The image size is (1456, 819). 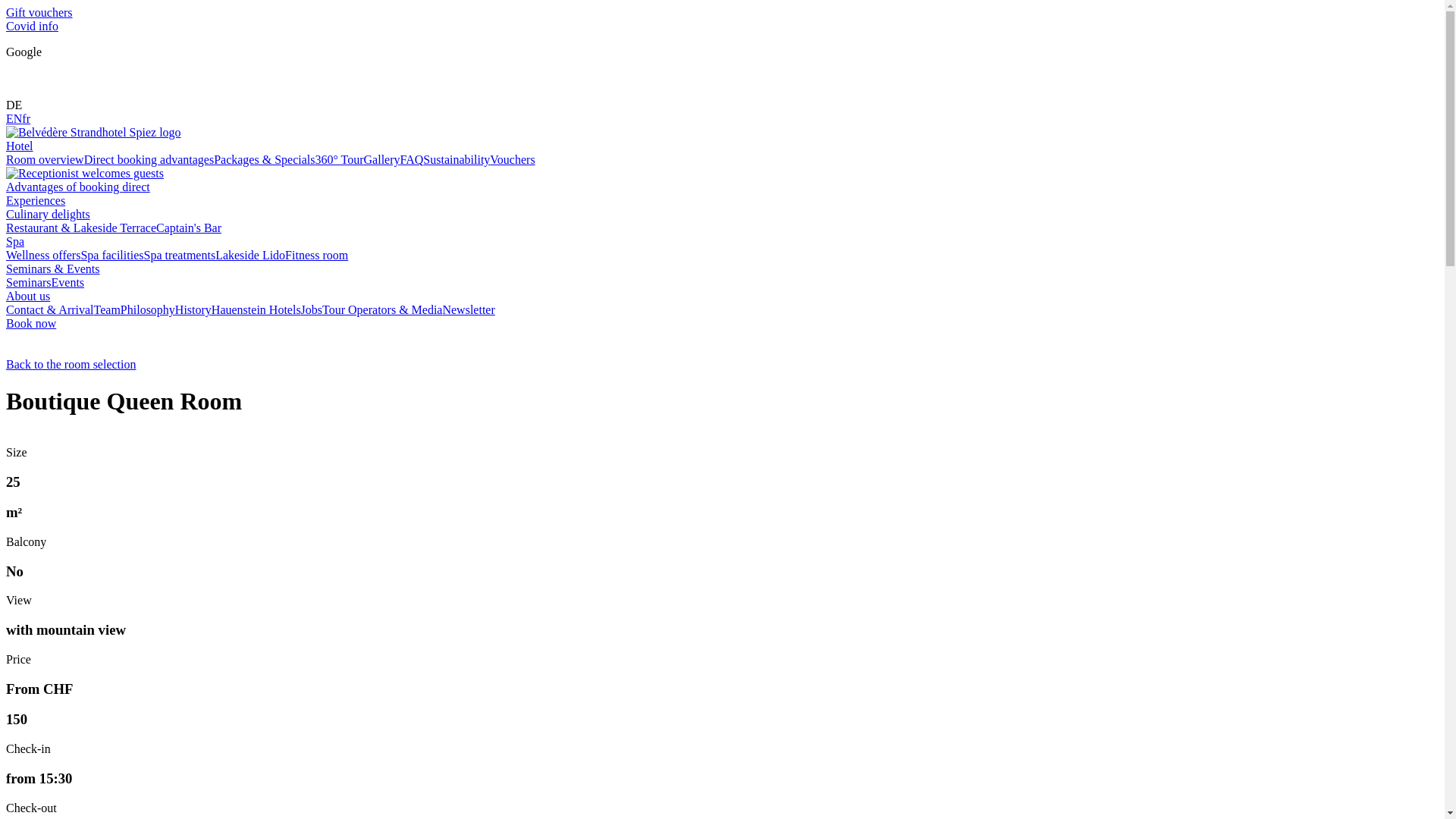 What do you see at coordinates (6, 357) in the screenshot?
I see `'Back to the room selection'` at bounding box center [6, 357].